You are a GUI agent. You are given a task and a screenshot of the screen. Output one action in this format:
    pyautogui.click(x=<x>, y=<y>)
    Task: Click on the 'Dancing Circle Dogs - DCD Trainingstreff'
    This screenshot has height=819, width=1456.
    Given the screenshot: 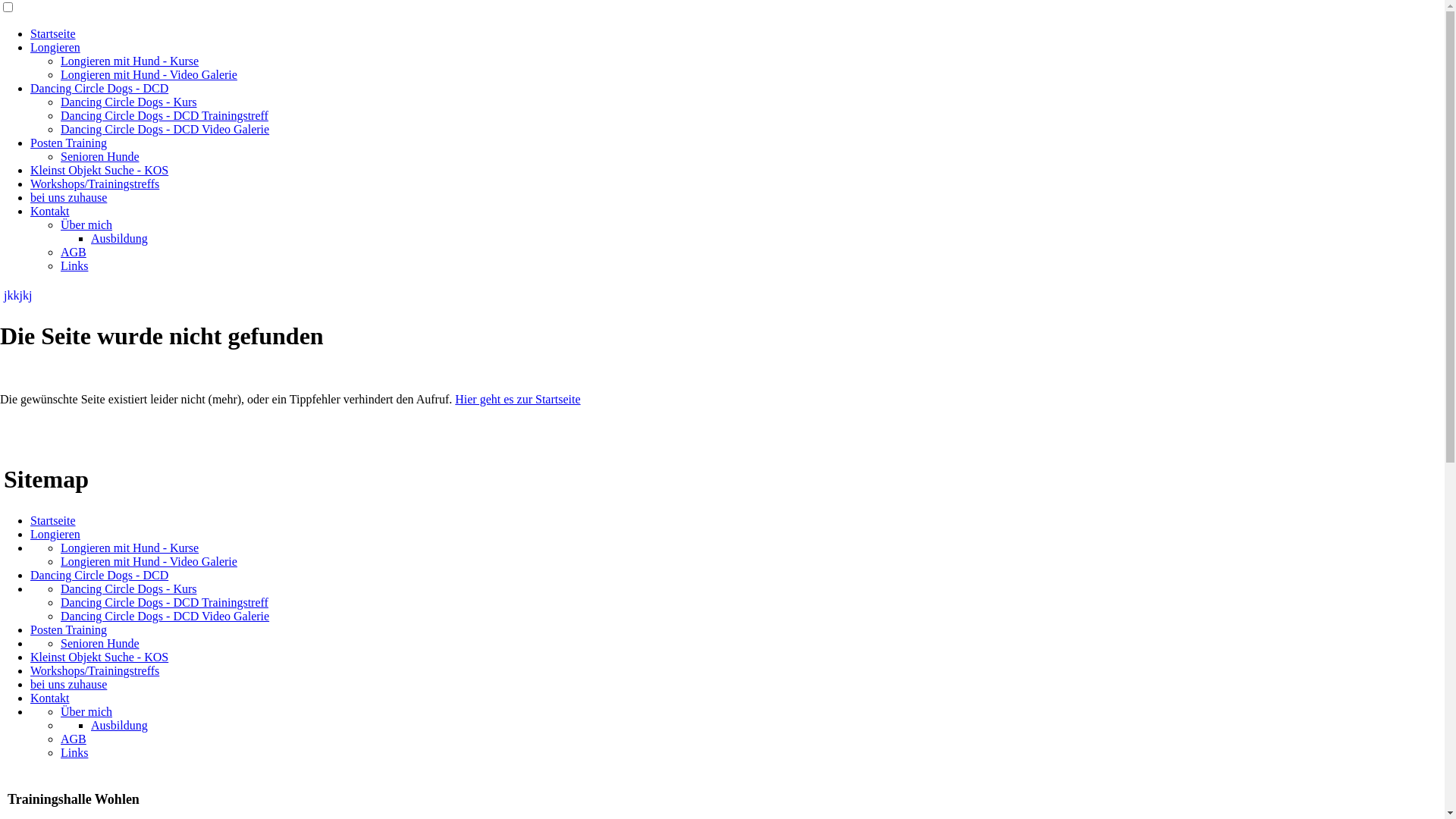 What is the action you would take?
    pyautogui.click(x=164, y=601)
    